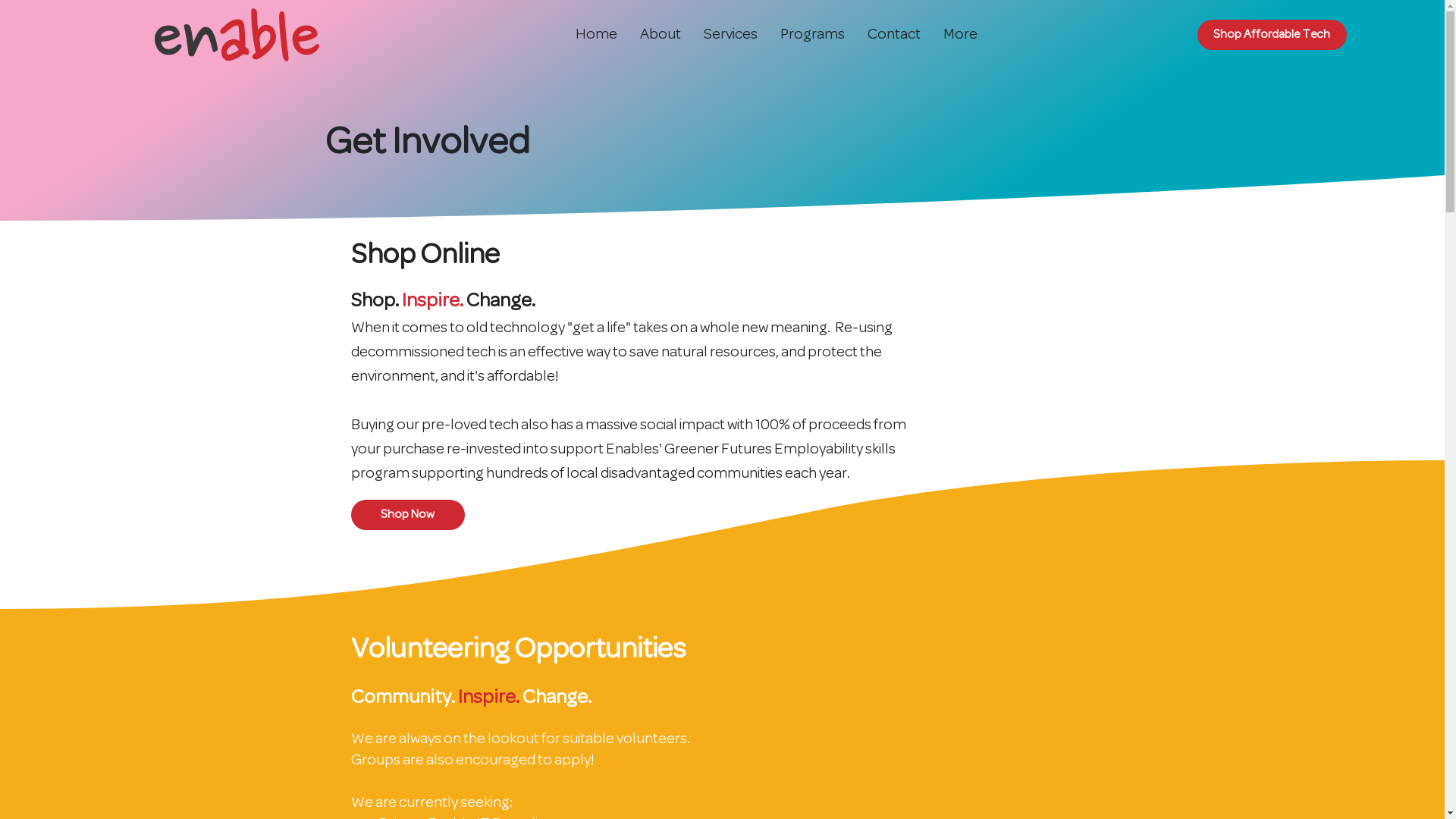 The image size is (1456, 819). I want to click on 'Shop Now', so click(407, 513).